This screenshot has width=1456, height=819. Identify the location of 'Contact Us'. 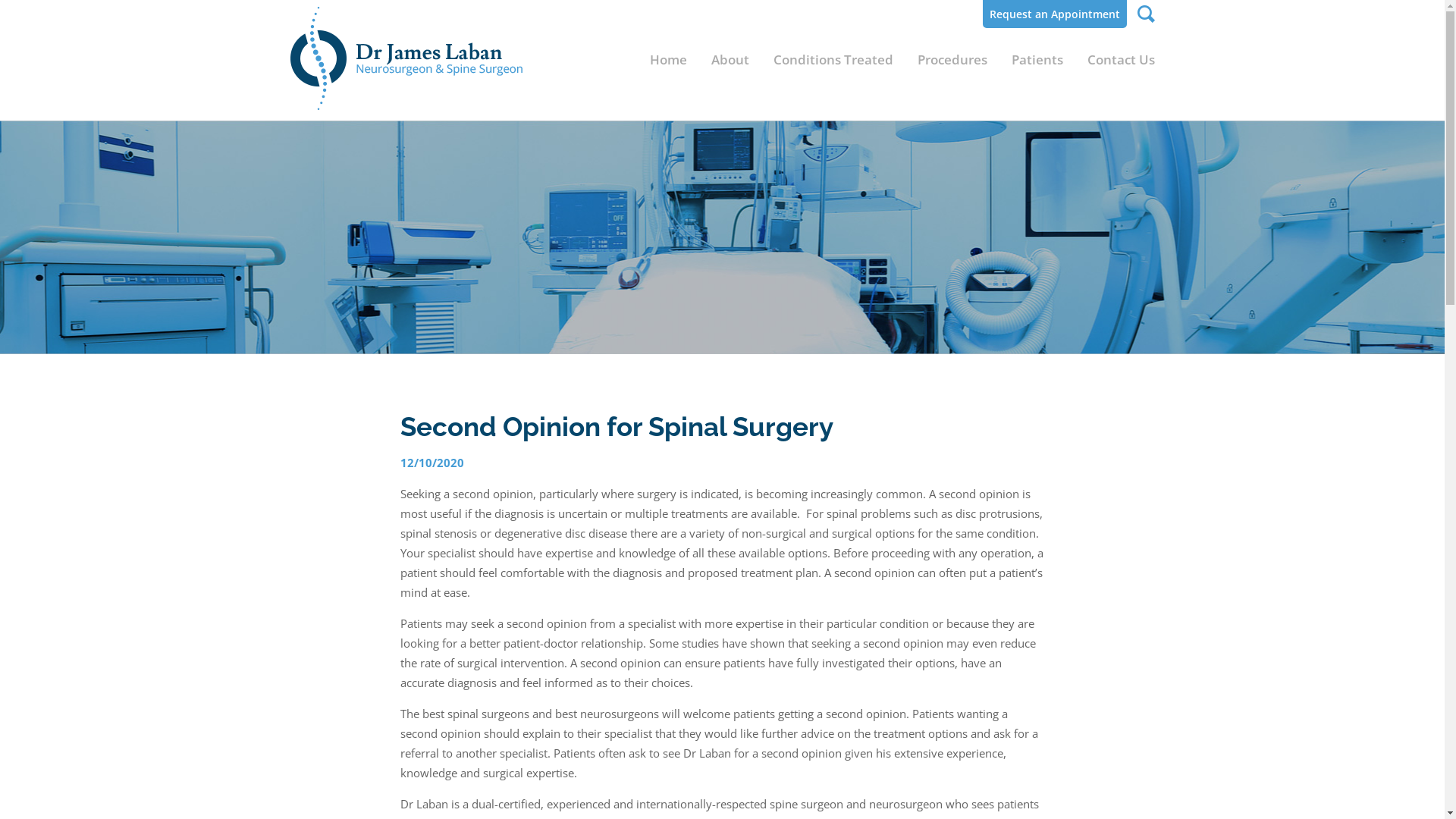
(1115, 58).